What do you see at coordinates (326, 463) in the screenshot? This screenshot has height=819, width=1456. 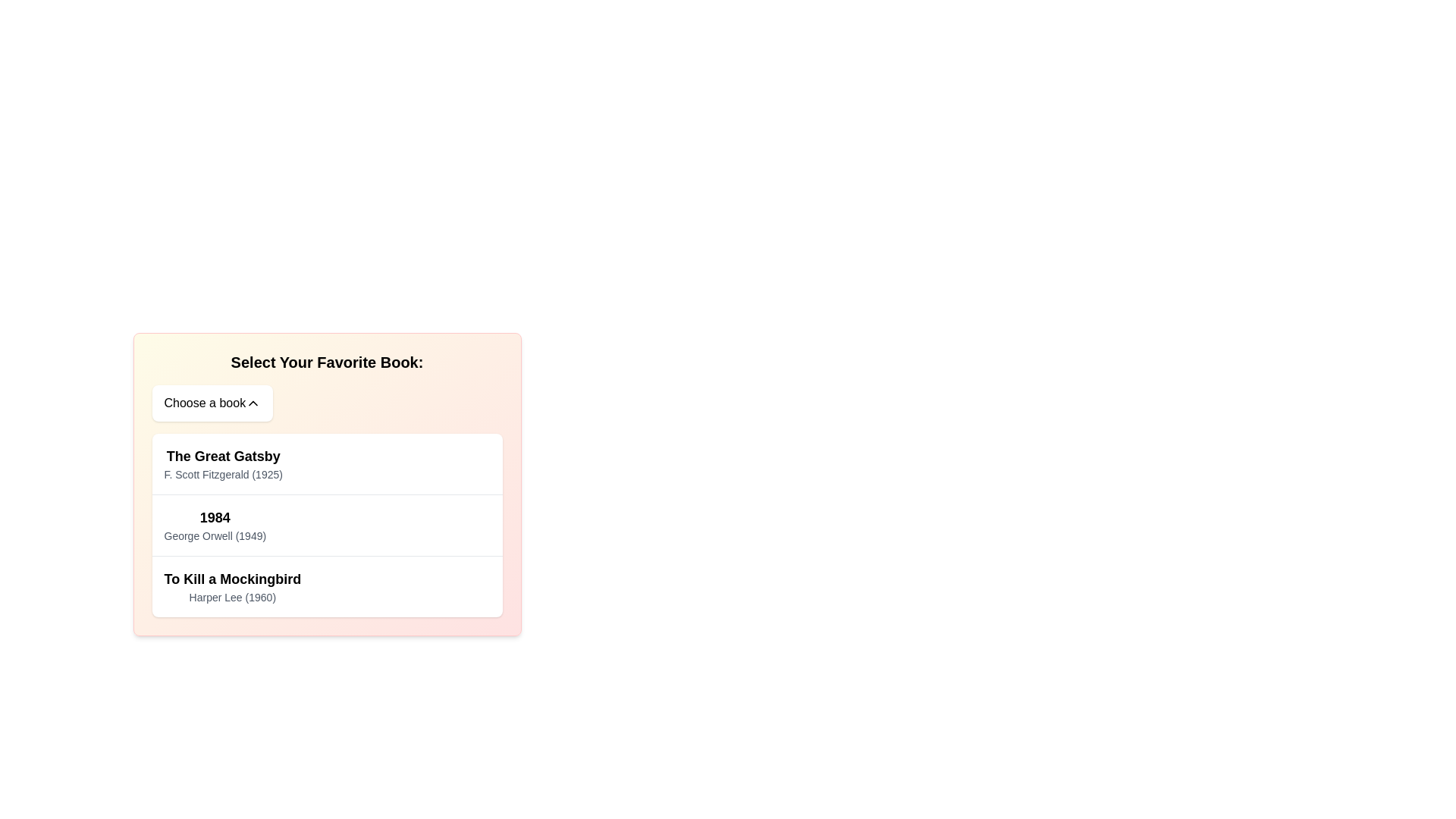 I see `the interactive list item titled 'The Great Gatsby'` at bounding box center [326, 463].